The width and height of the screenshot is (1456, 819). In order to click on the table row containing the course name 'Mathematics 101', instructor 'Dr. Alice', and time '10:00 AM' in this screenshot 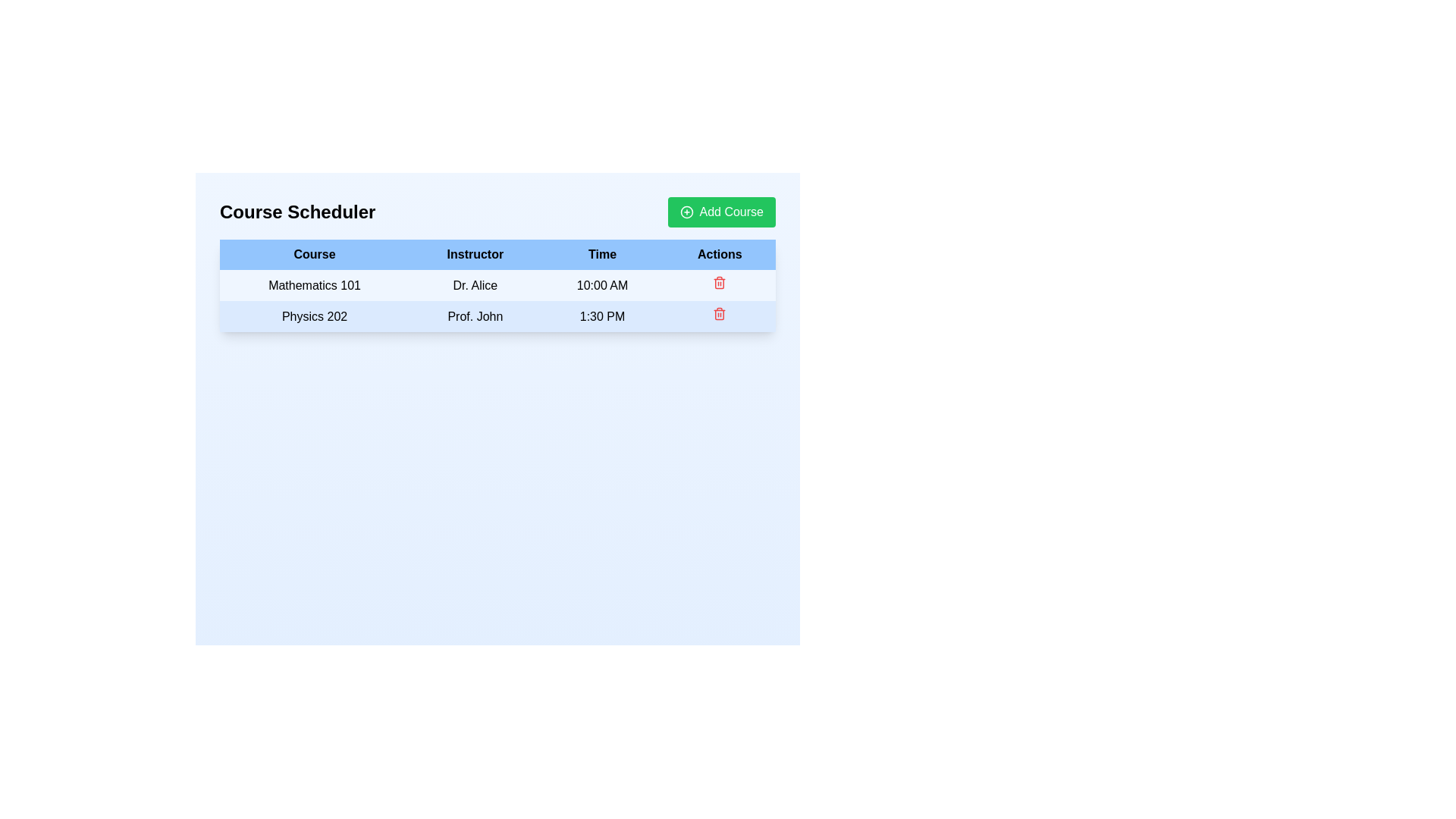, I will do `click(497, 301)`.